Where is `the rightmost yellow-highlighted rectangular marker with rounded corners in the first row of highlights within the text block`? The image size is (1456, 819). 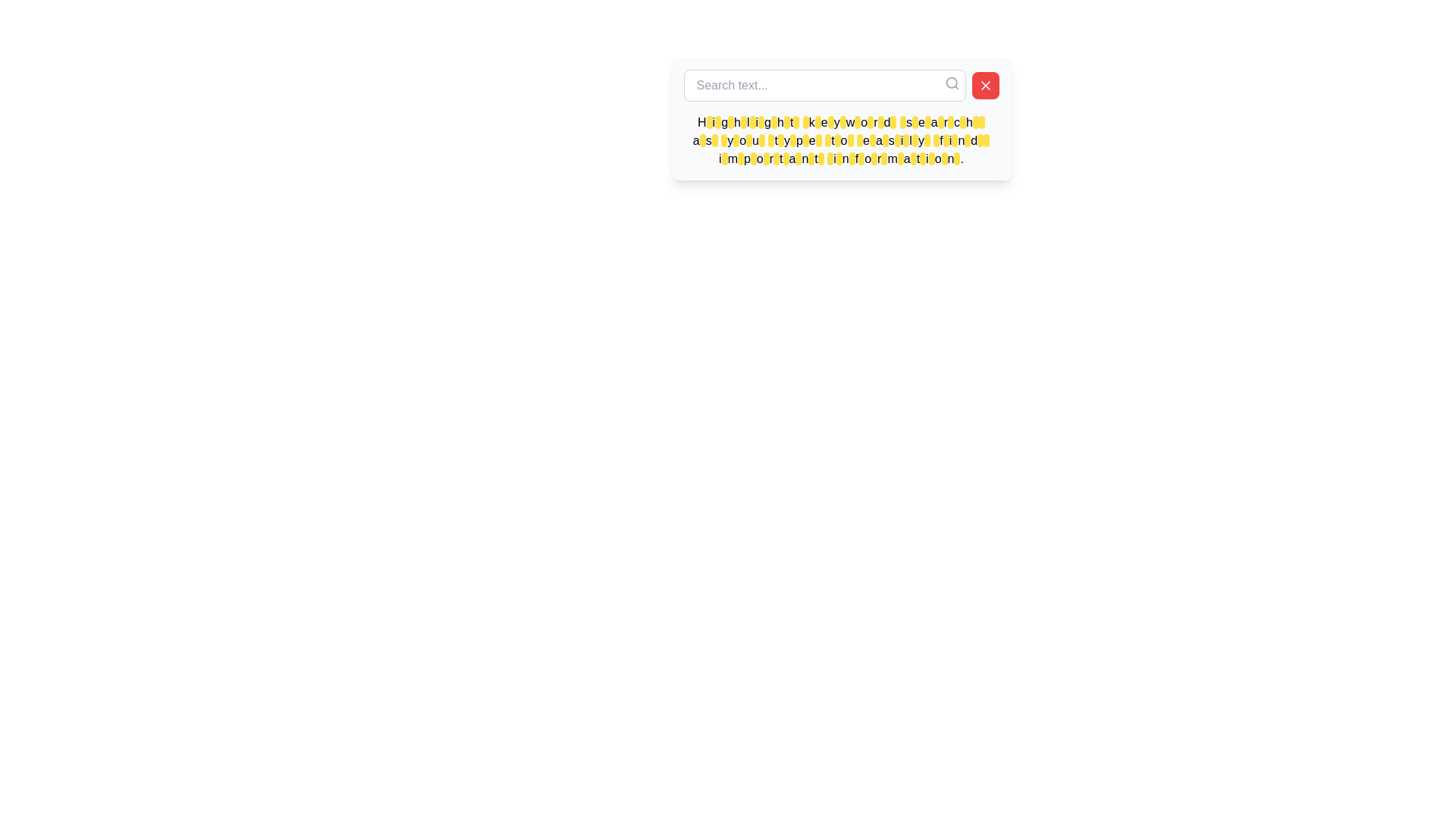
the rightmost yellow-highlighted rectangular marker with rounded corners in the first row of highlights within the text block is located at coordinates (975, 121).